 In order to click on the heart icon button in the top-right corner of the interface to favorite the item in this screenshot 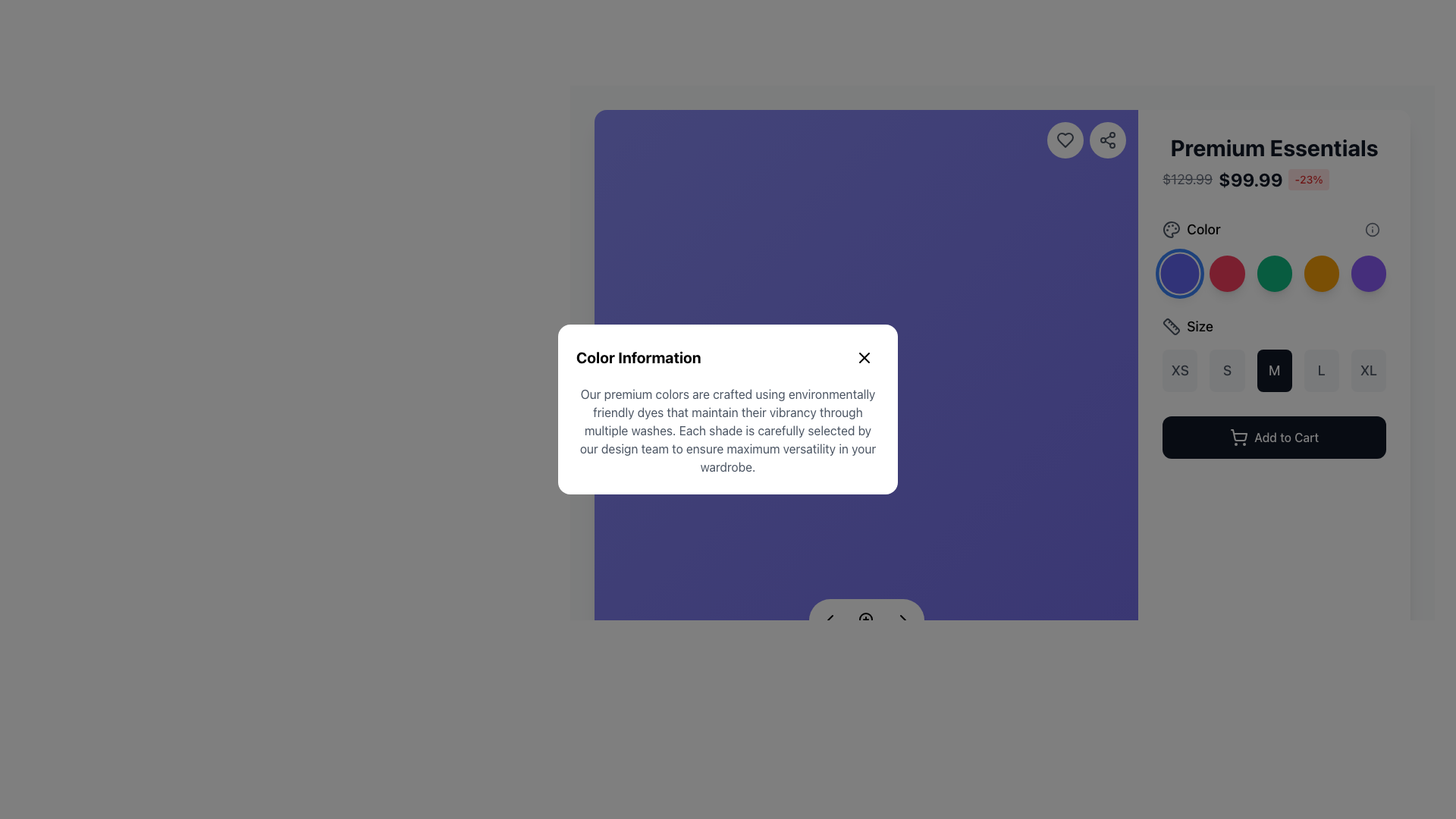, I will do `click(1065, 140)`.